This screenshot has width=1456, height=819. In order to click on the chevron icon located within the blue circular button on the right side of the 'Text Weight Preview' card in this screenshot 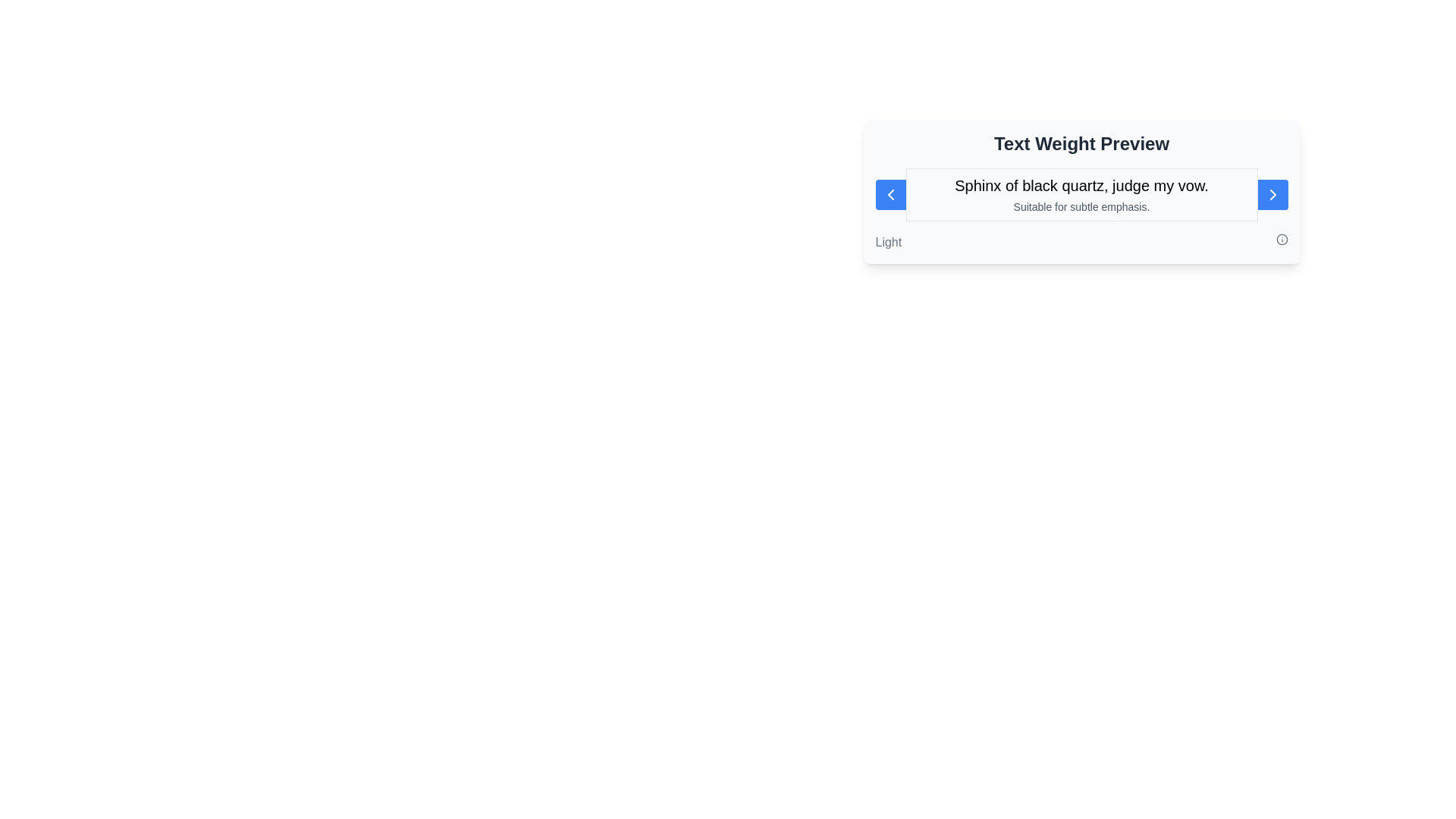, I will do `click(1272, 194)`.